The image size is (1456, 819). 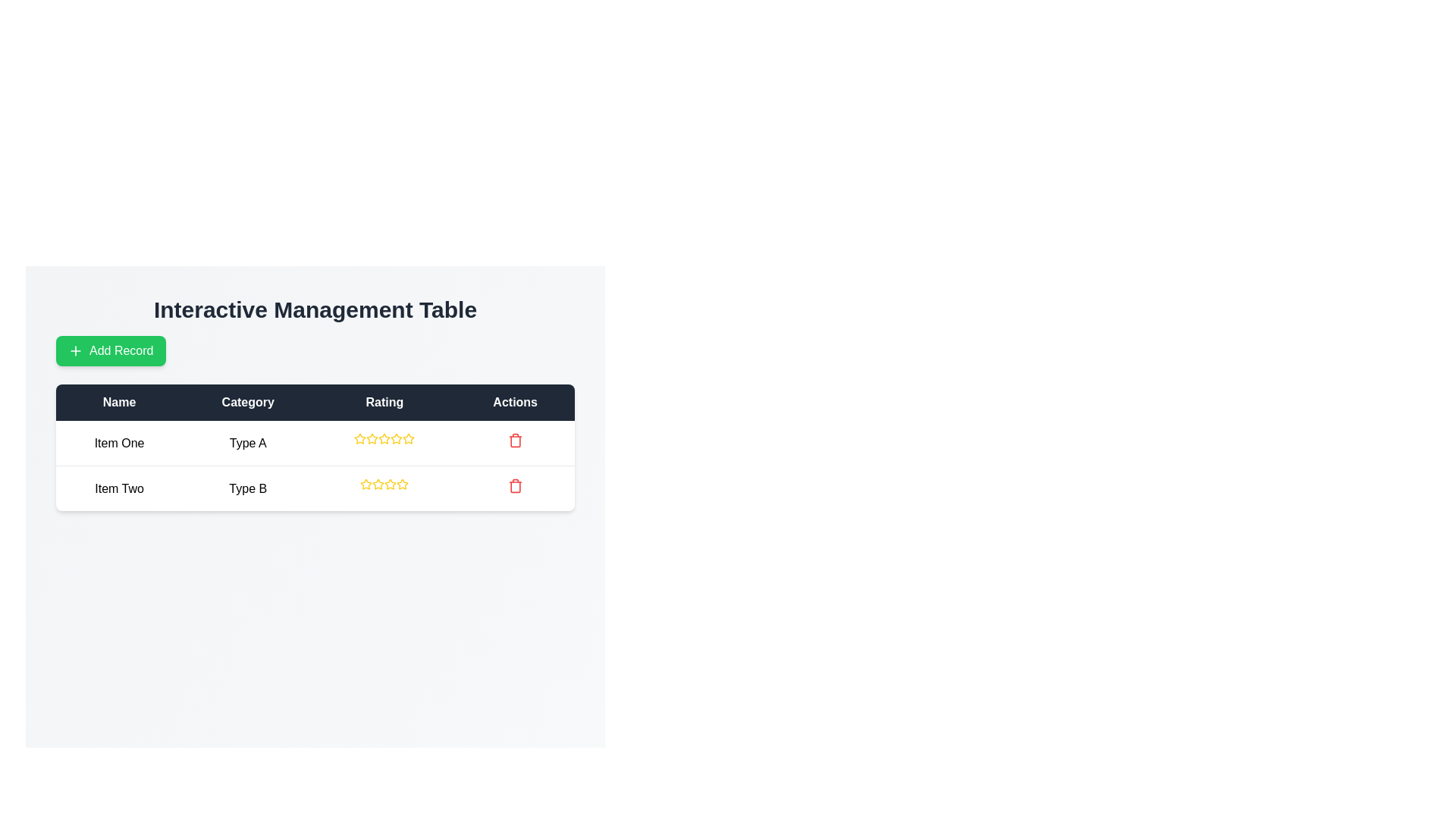 I want to click on the static text label displaying 'Item Two' located in the second row under the 'Name' column of the data table, so click(x=118, y=488).